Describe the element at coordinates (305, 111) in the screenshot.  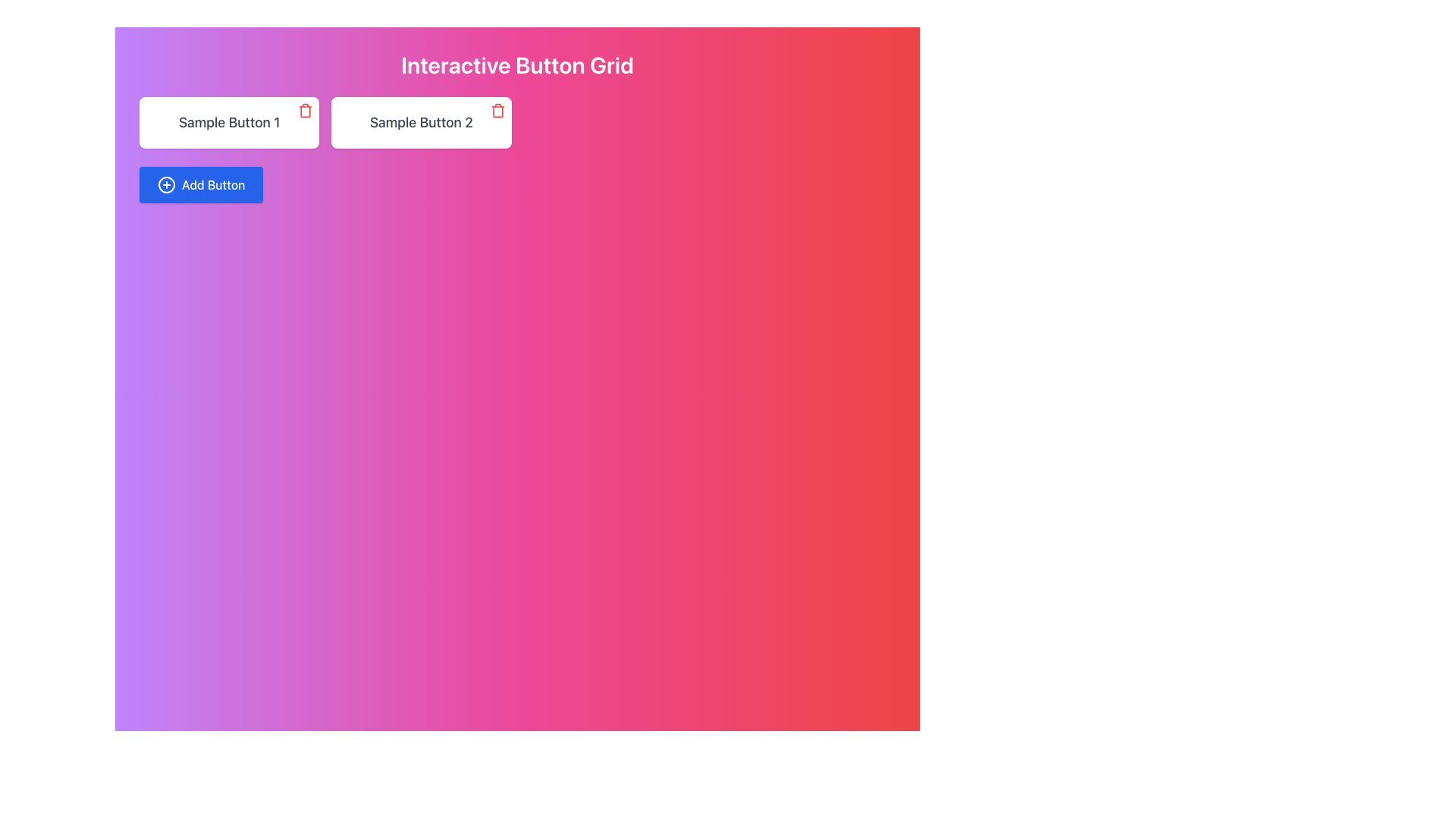
I see `the trash bin icon located in the top-right corner of its grouping` at that location.